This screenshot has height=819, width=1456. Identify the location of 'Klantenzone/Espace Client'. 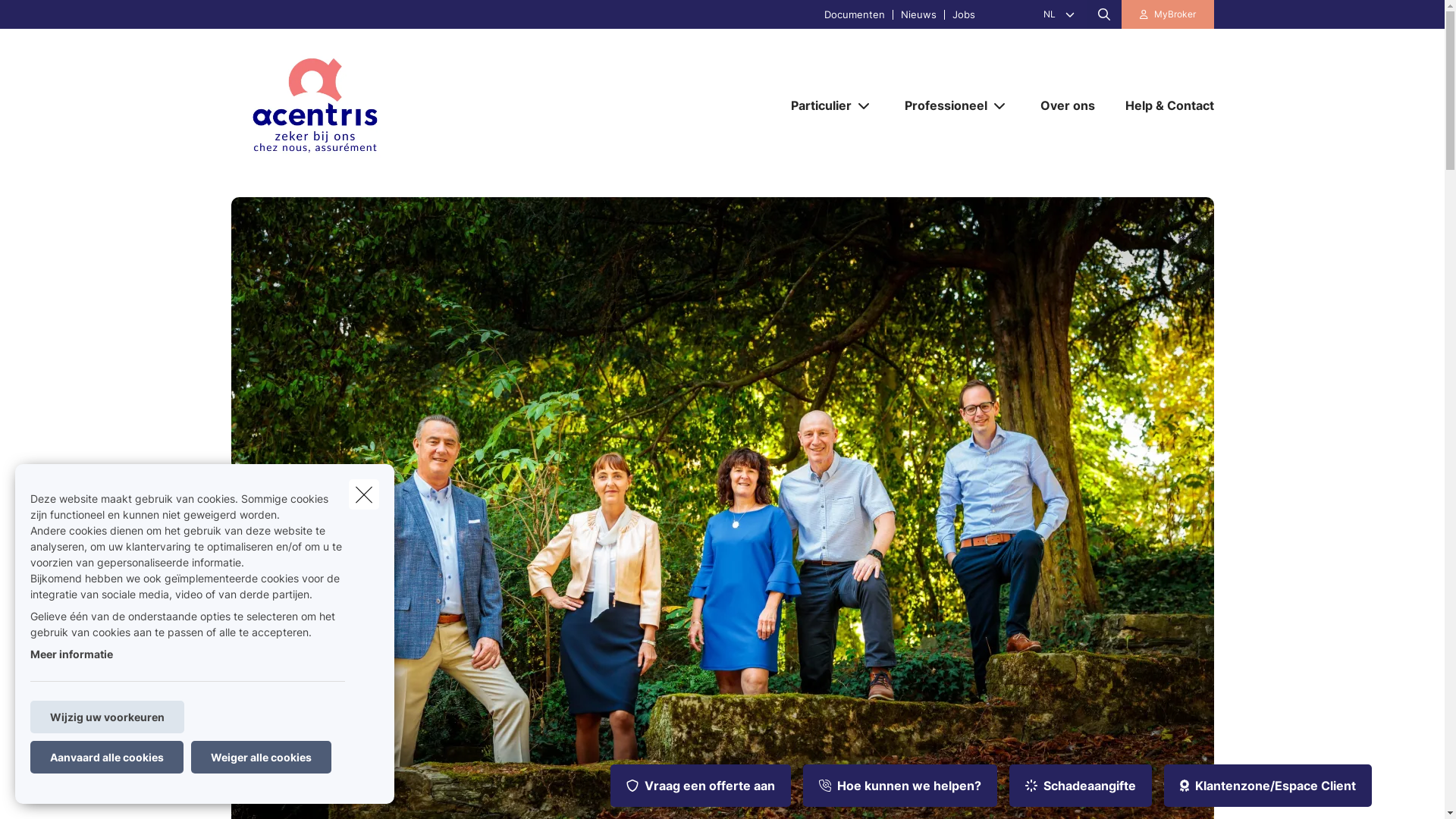
(1163, 785).